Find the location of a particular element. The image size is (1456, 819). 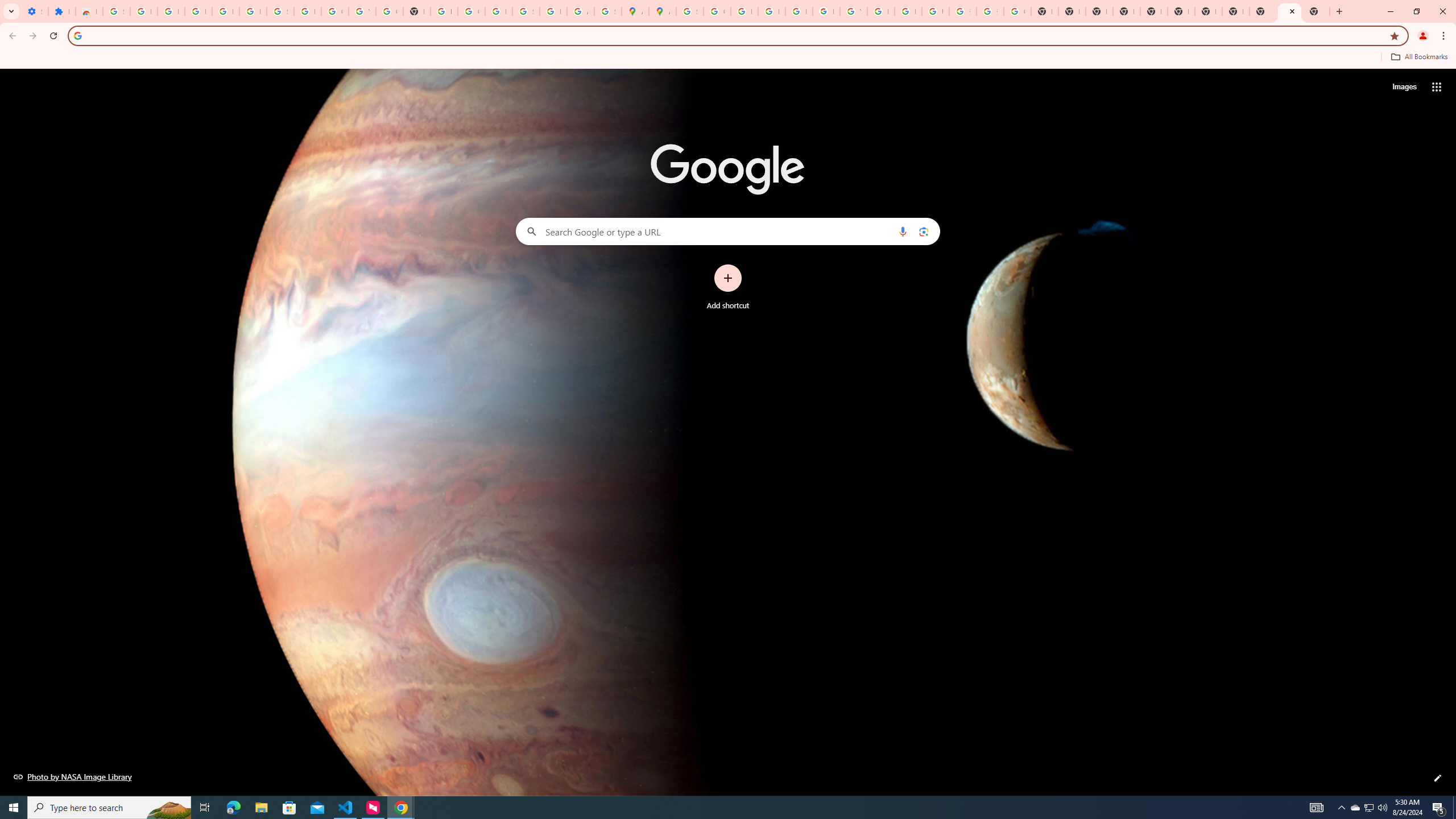

'Reviews: Helix Fruit Jump Arcade Game' is located at coordinates (88, 11).